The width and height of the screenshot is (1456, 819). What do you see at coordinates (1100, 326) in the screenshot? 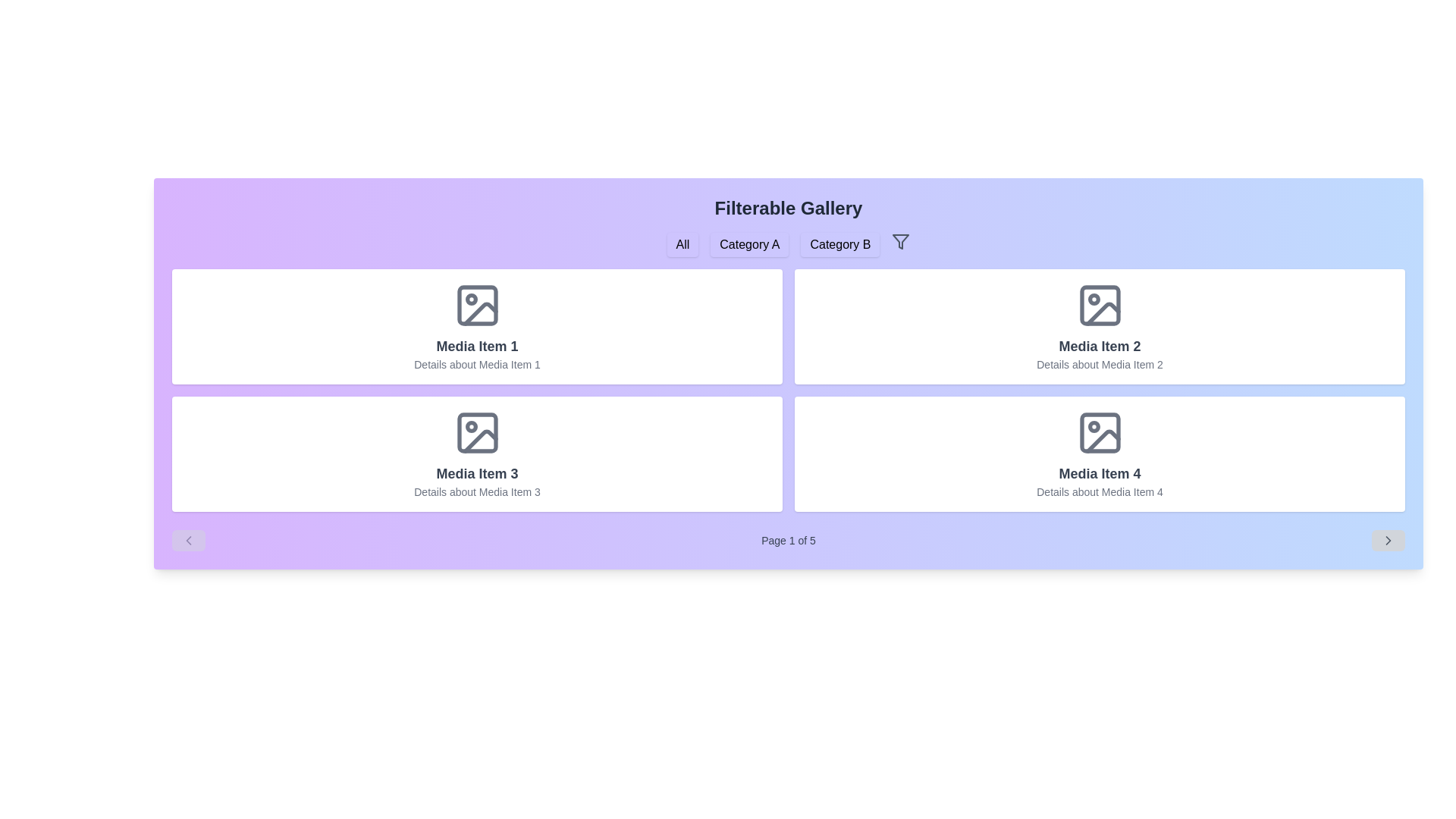
I see `the card in the second position of the first row within the gallery grid that provides information about a media item` at bounding box center [1100, 326].